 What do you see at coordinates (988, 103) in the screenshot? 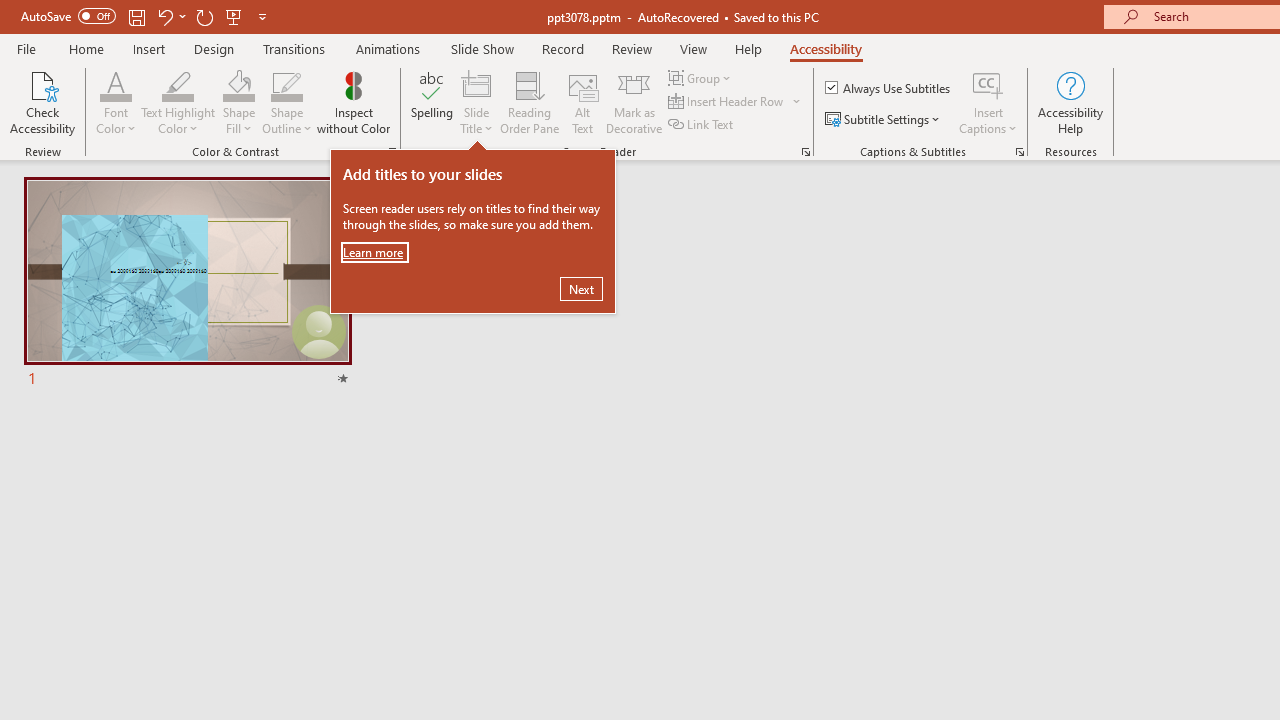
I see `'Insert Captions'` at bounding box center [988, 103].